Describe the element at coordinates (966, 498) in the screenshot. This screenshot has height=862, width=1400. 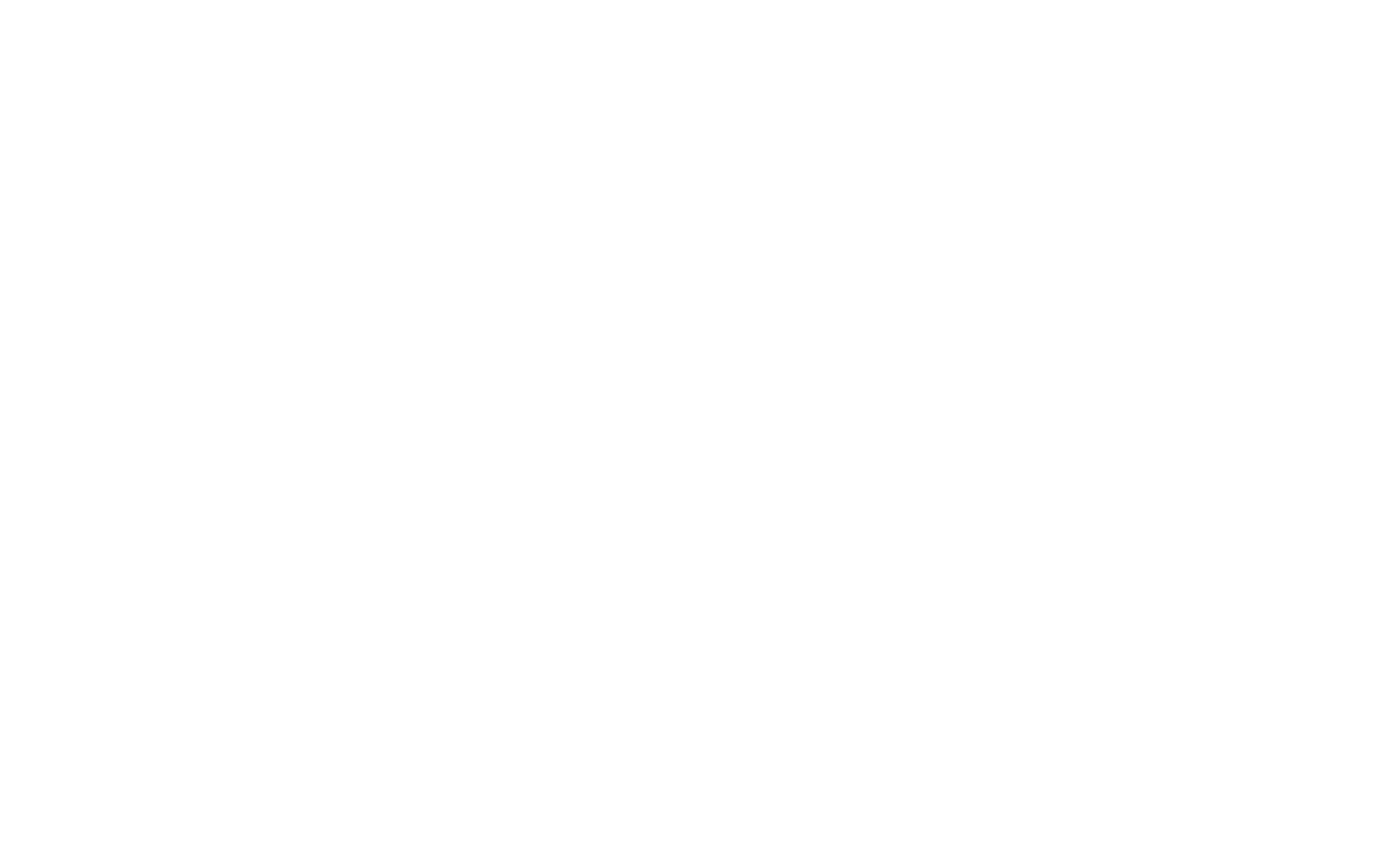
I see `'Press Room'` at that location.